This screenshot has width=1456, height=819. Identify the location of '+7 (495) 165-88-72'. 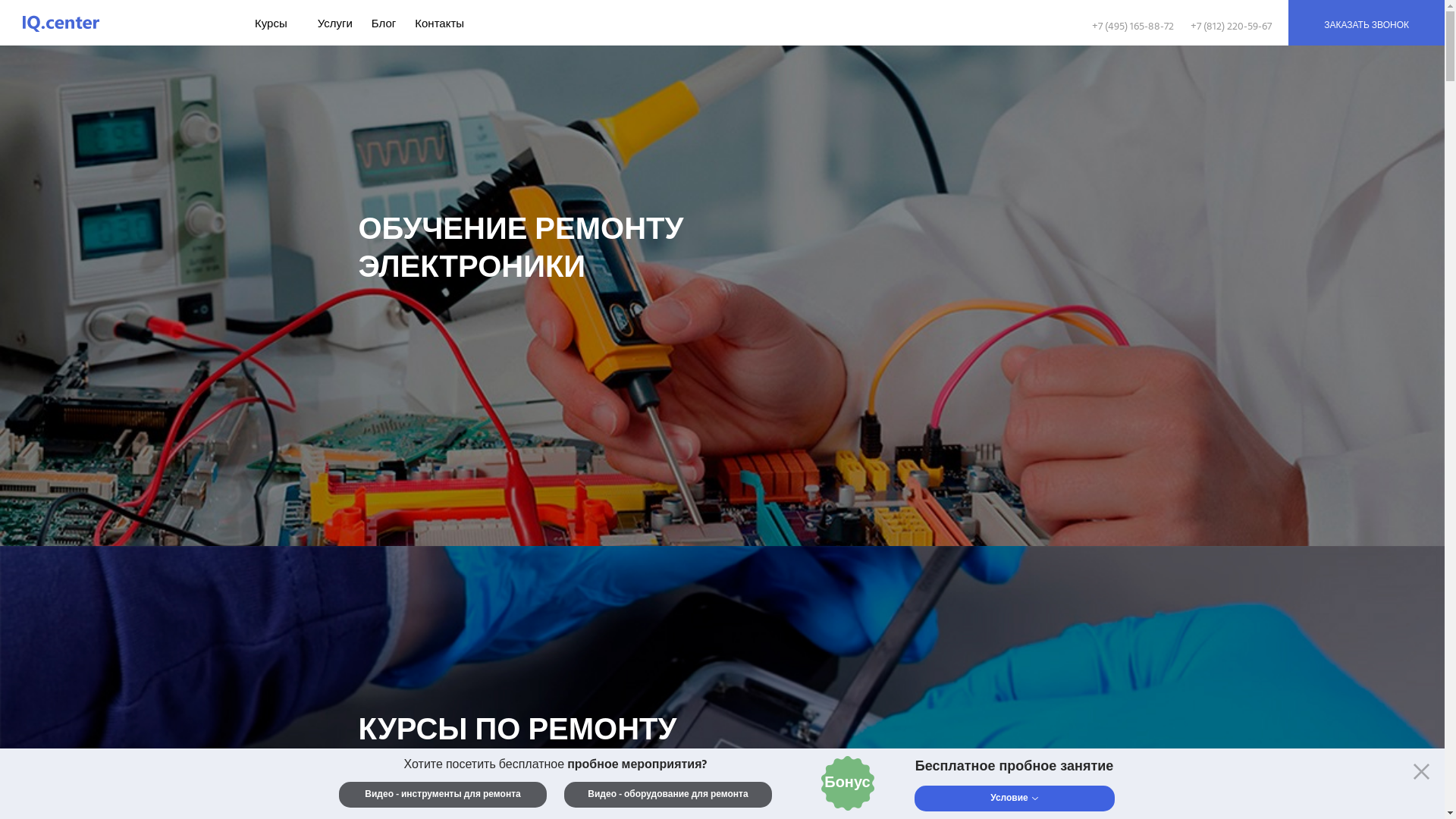
(1092, 27).